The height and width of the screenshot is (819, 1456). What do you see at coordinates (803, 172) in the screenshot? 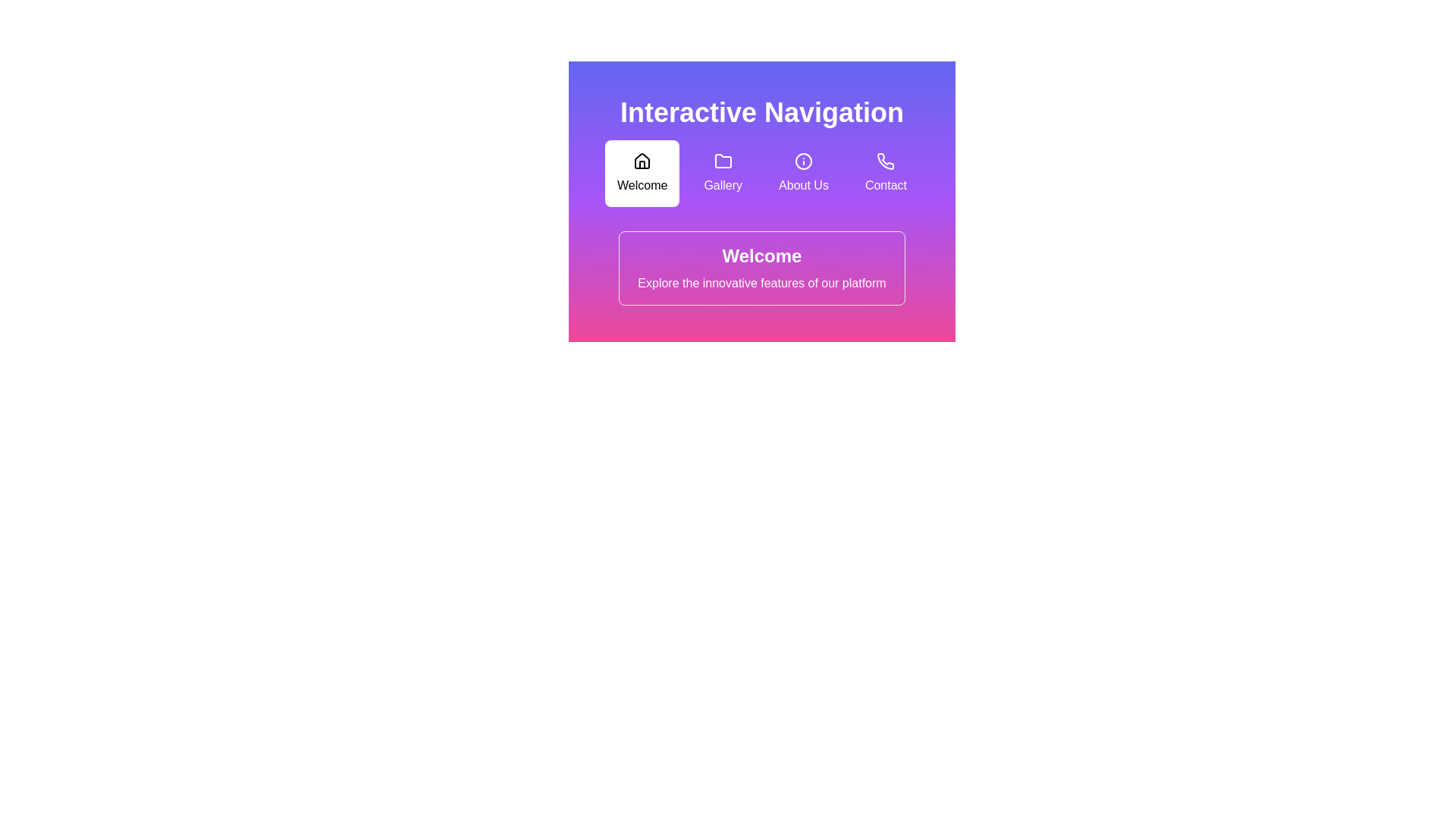
I see `the 'About Us' navigational button, which is the third button in a horizontal row under the title 'Interactive Navigation'` at bounding box center [803, 172].